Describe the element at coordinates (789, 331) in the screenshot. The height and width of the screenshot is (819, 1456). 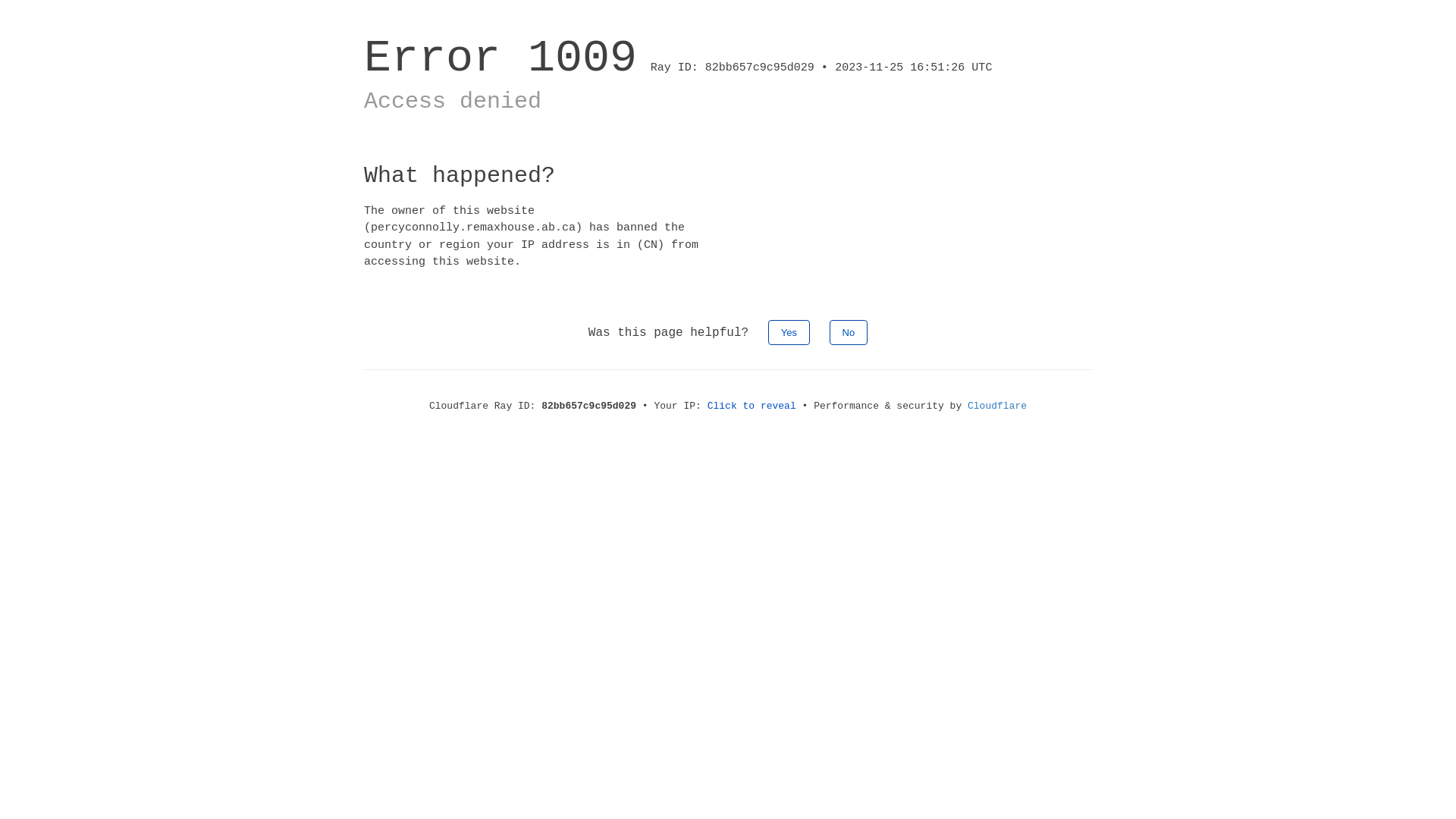
I see `'Yes'` at that location.